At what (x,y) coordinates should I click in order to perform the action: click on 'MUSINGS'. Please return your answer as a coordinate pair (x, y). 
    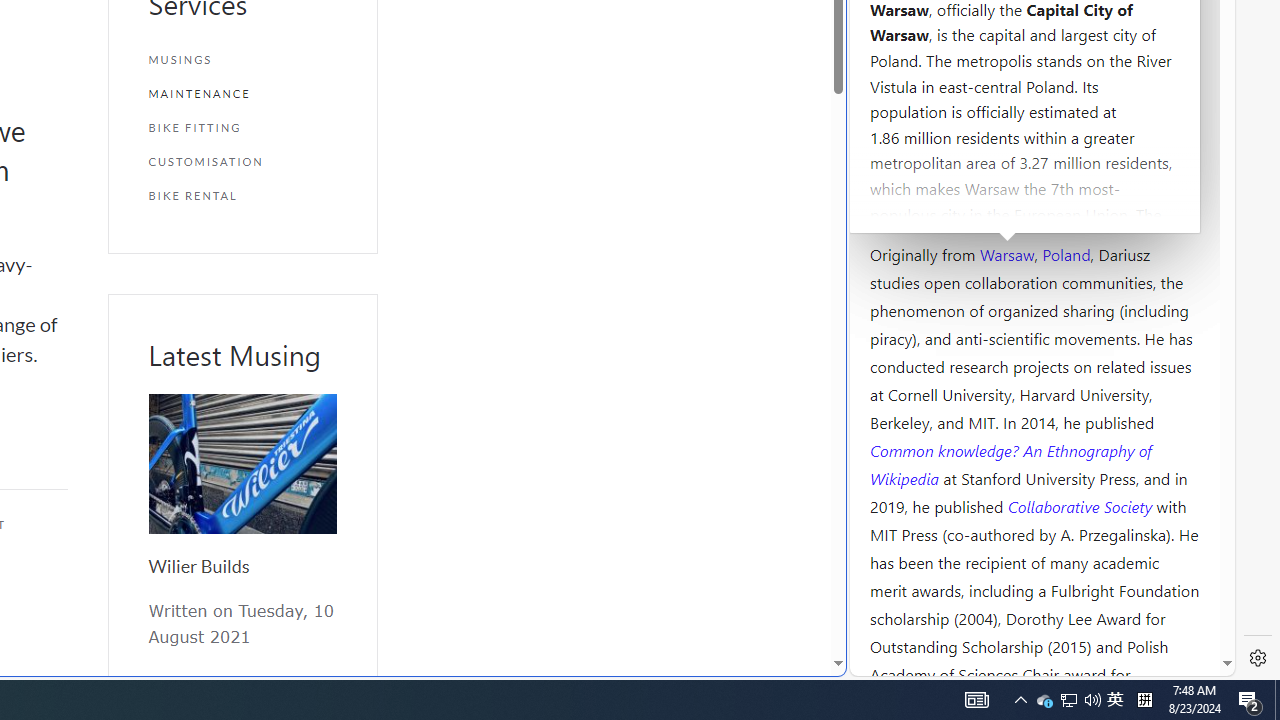
    Looking at the image, I should click on (241, 59).